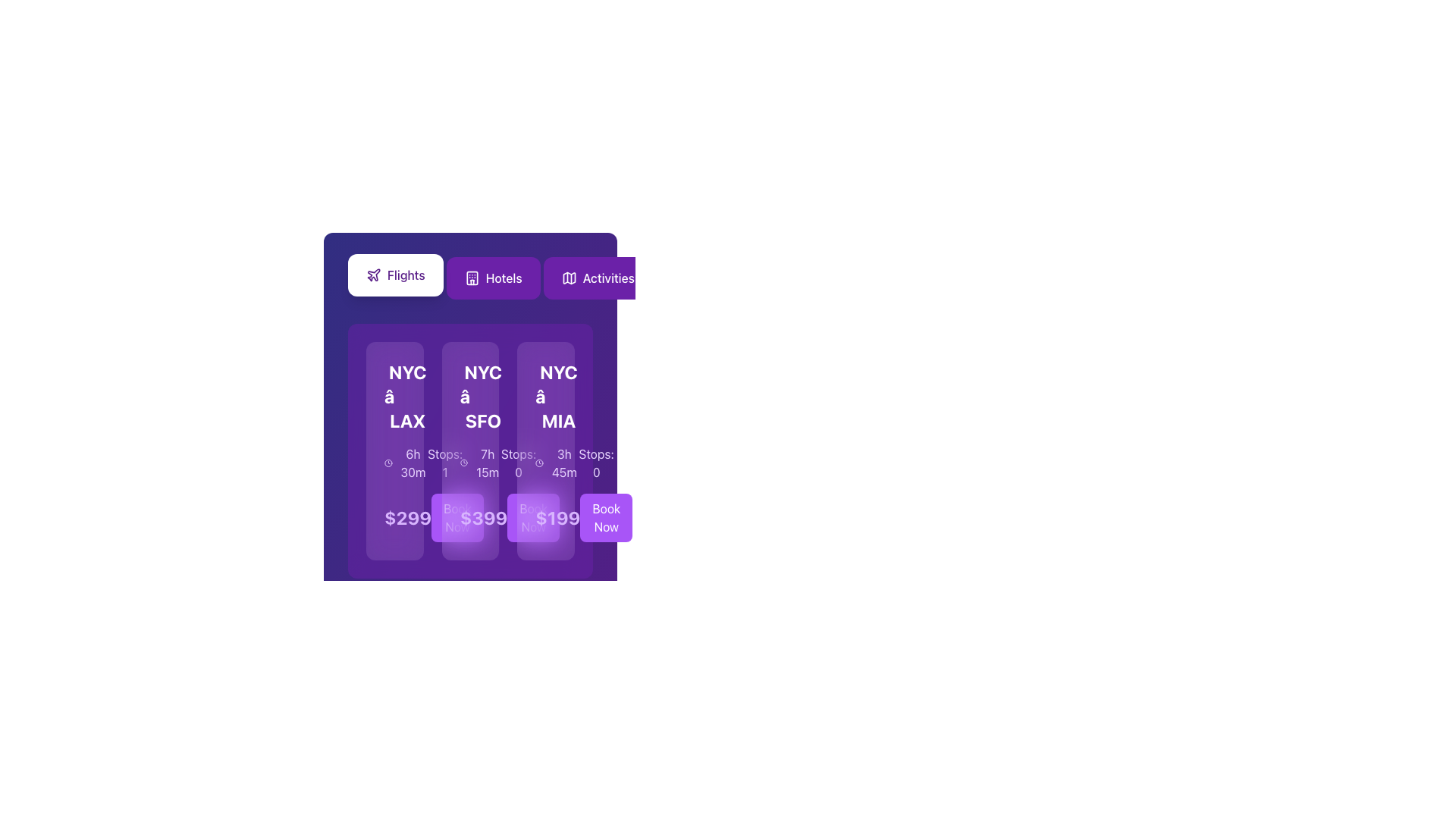 The image size is (1456, 819). I want to click on the static text display indicating the price of $199 for the travel option, located to the left of the 'Book Now' button in the NYC-MIA flight option column, so click(557, 516).